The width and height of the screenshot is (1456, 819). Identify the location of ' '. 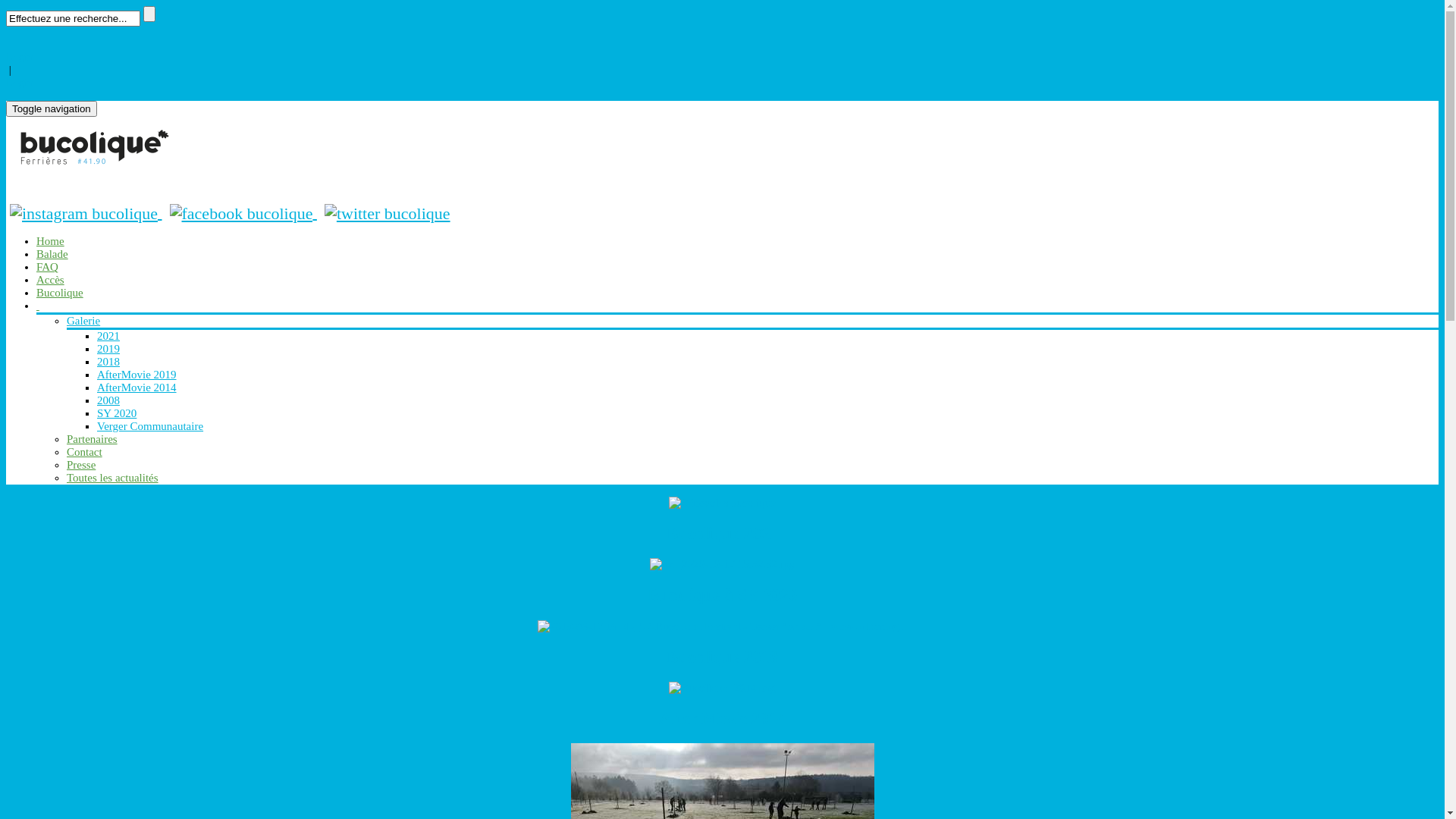
(37, 305).